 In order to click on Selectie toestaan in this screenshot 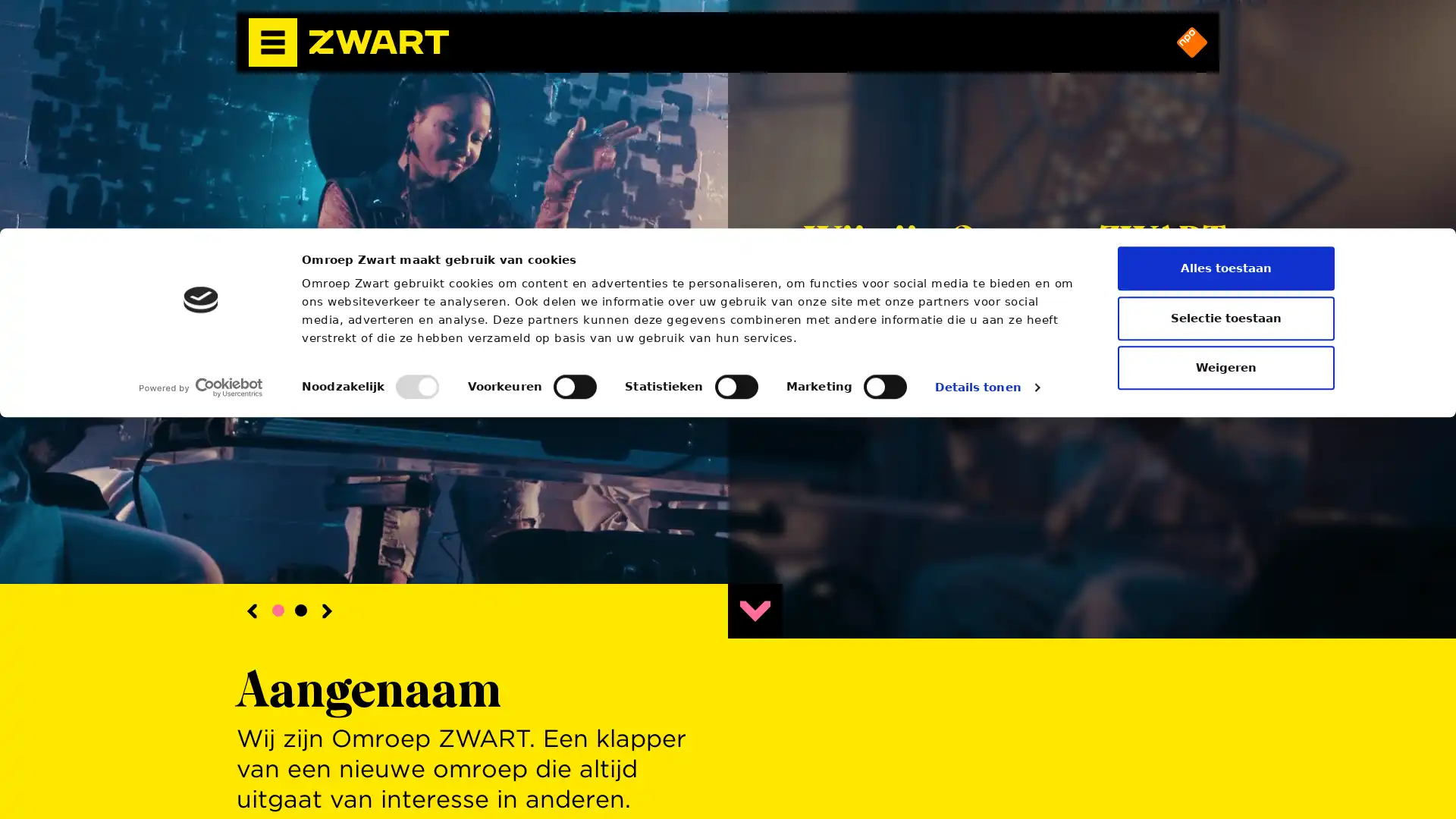, I will do `click(1226, 718)`.